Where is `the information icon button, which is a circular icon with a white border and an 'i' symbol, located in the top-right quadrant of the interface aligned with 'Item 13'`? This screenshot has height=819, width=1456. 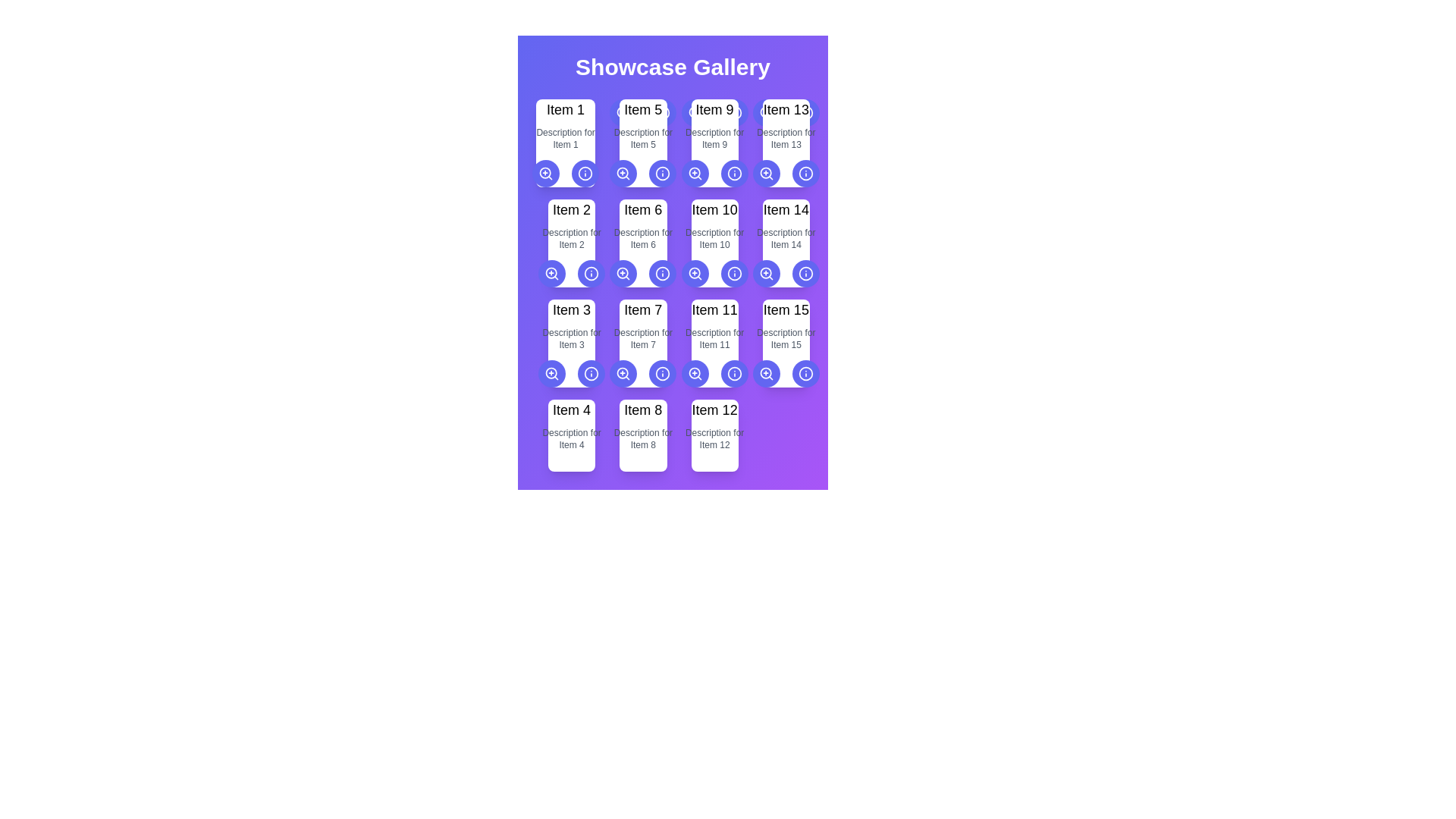 the information icon button, which is a circular icon with a white border and an 'i' symbol, located in the top-right quadrant of the interface aligned with 'Item 13' is located at coordinates (805, 172).